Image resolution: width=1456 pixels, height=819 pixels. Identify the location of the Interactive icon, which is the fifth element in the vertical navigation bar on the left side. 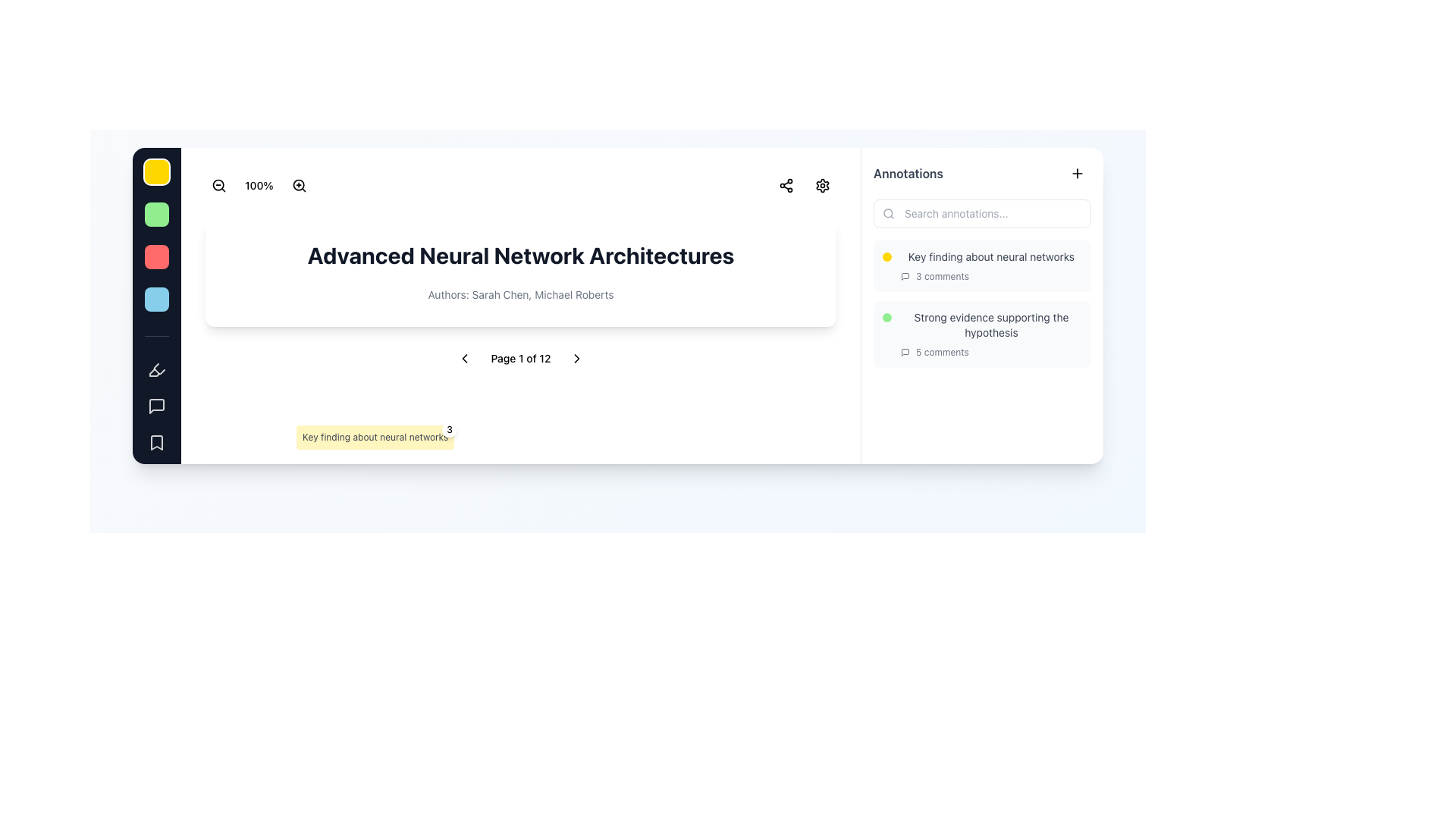
(156, 370).